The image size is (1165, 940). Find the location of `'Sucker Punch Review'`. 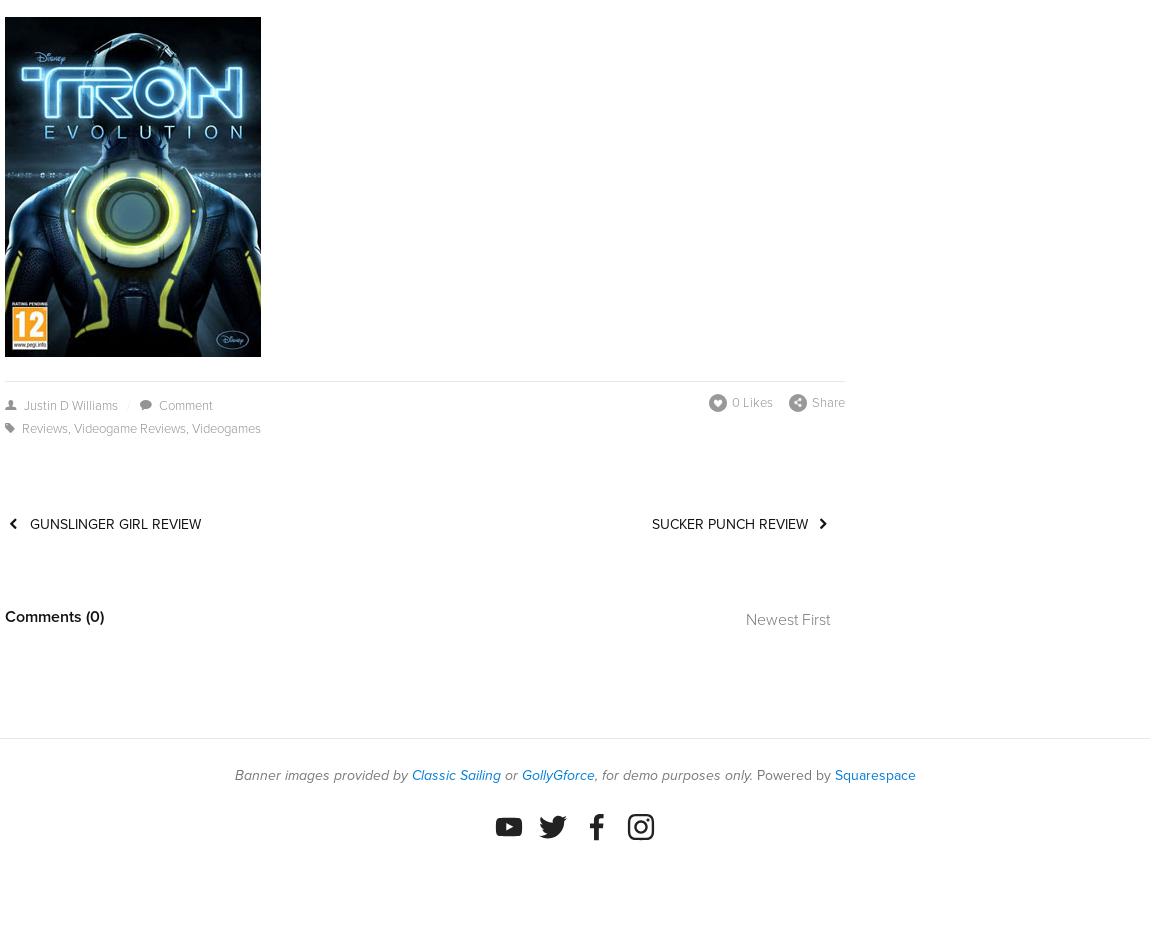

'Sucker Punch Review' is located at coordinates (728, 523).